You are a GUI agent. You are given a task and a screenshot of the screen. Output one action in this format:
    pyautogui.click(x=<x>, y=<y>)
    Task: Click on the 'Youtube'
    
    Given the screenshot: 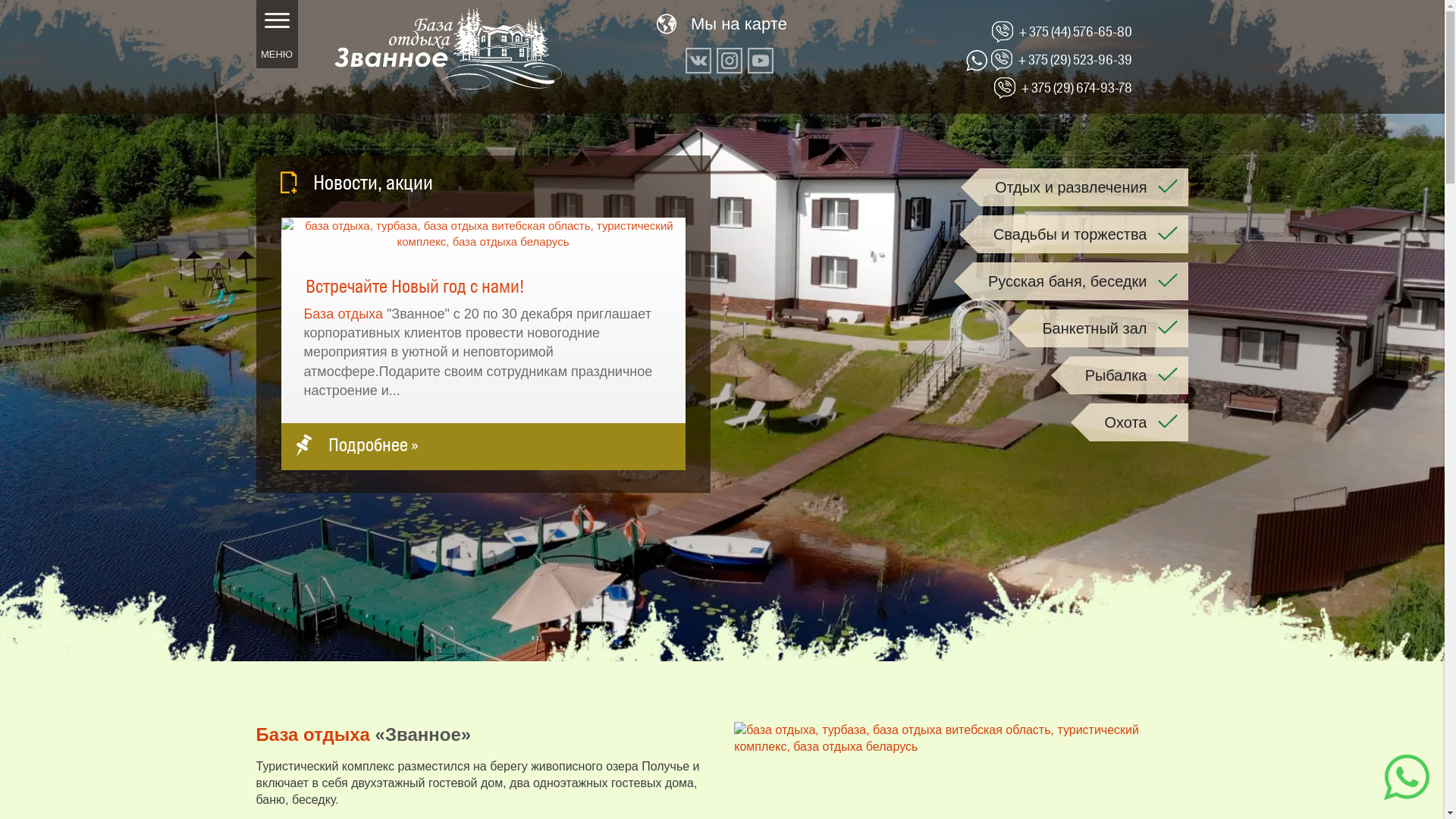 What is the action you would take?
    pyautogui.click(x=761, y=60)
    